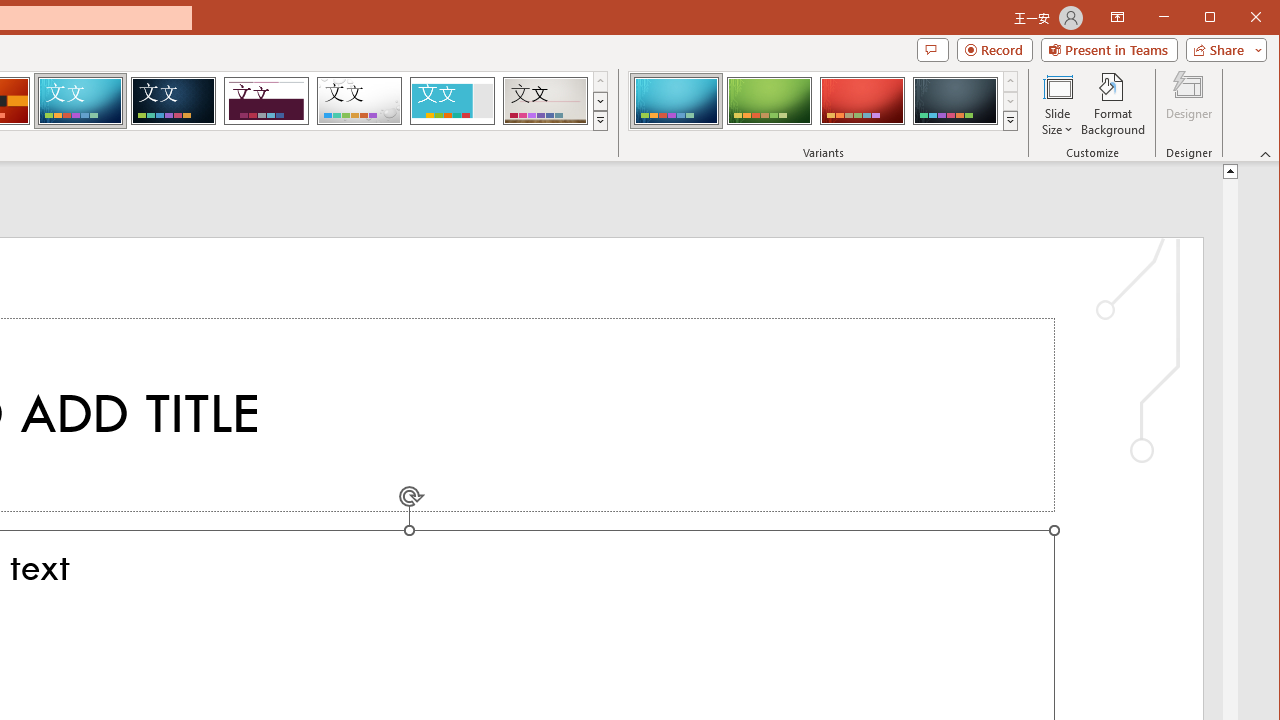 This screenshot has height=720, width=1280. I want to click on 'Circuit Variant 2', so click(768, 100).